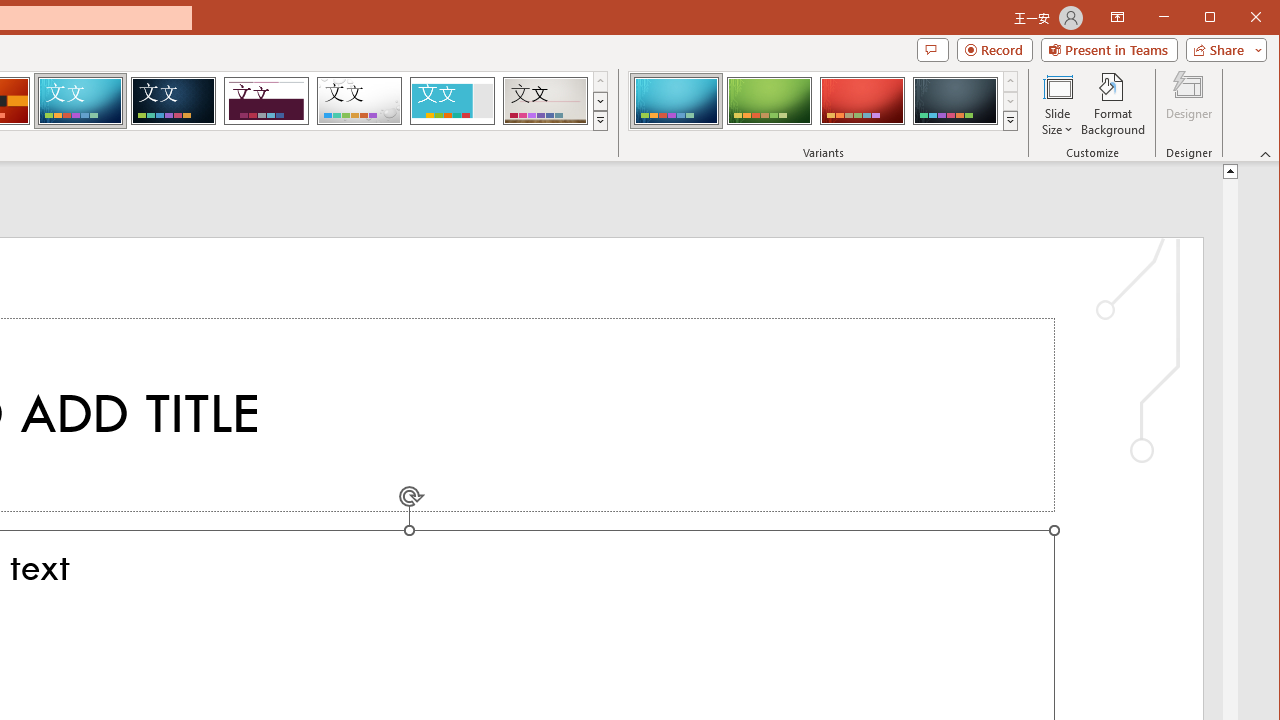 This screenshot has height=720, width=1280. I want to click on 'Circuit Variant 2', so click(768, 100).